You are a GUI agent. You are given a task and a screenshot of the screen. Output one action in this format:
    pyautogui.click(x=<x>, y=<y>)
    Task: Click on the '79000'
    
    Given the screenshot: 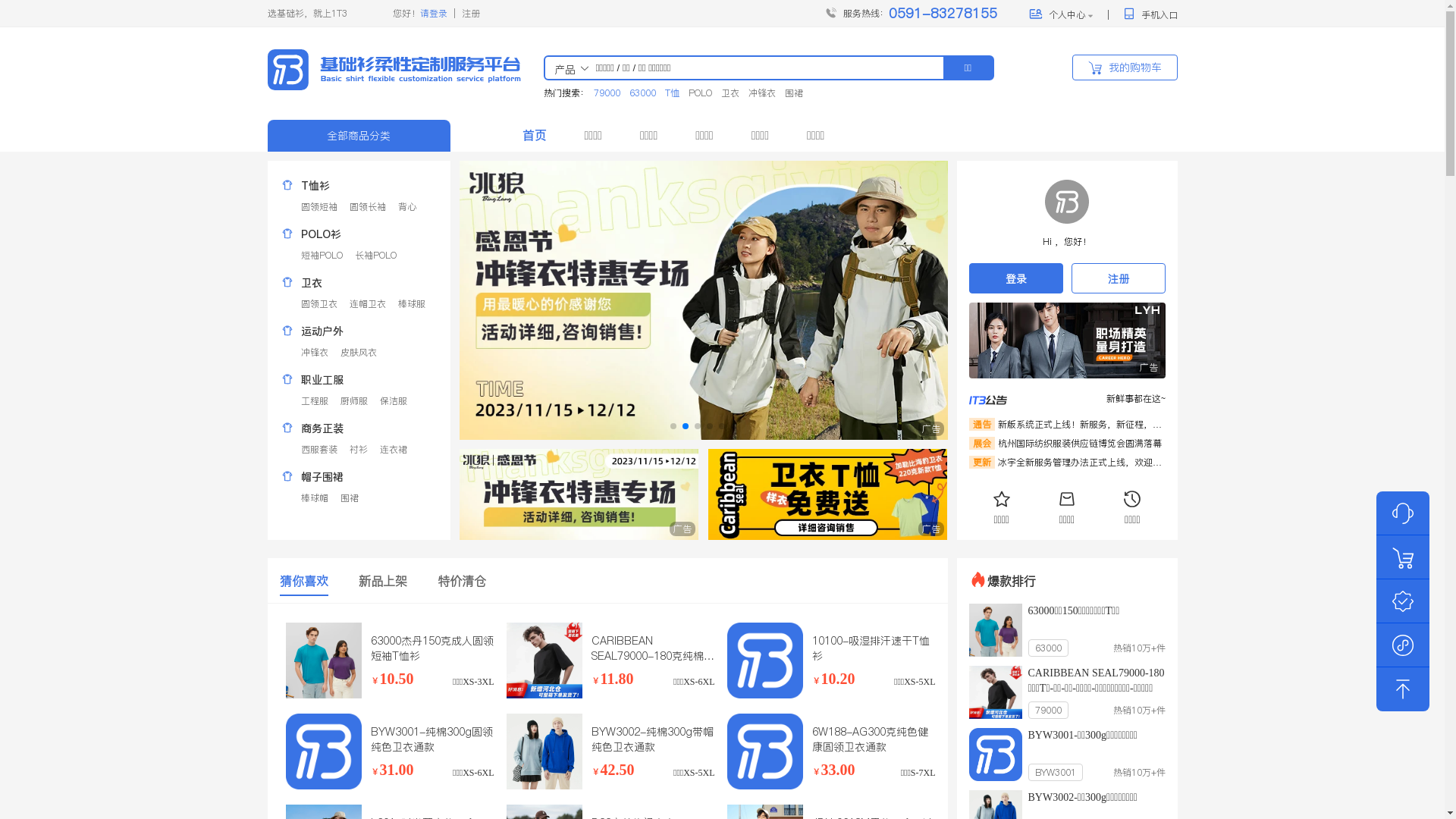 What is the action you would take?
    pyautogui.click(x=605, y=93)
    